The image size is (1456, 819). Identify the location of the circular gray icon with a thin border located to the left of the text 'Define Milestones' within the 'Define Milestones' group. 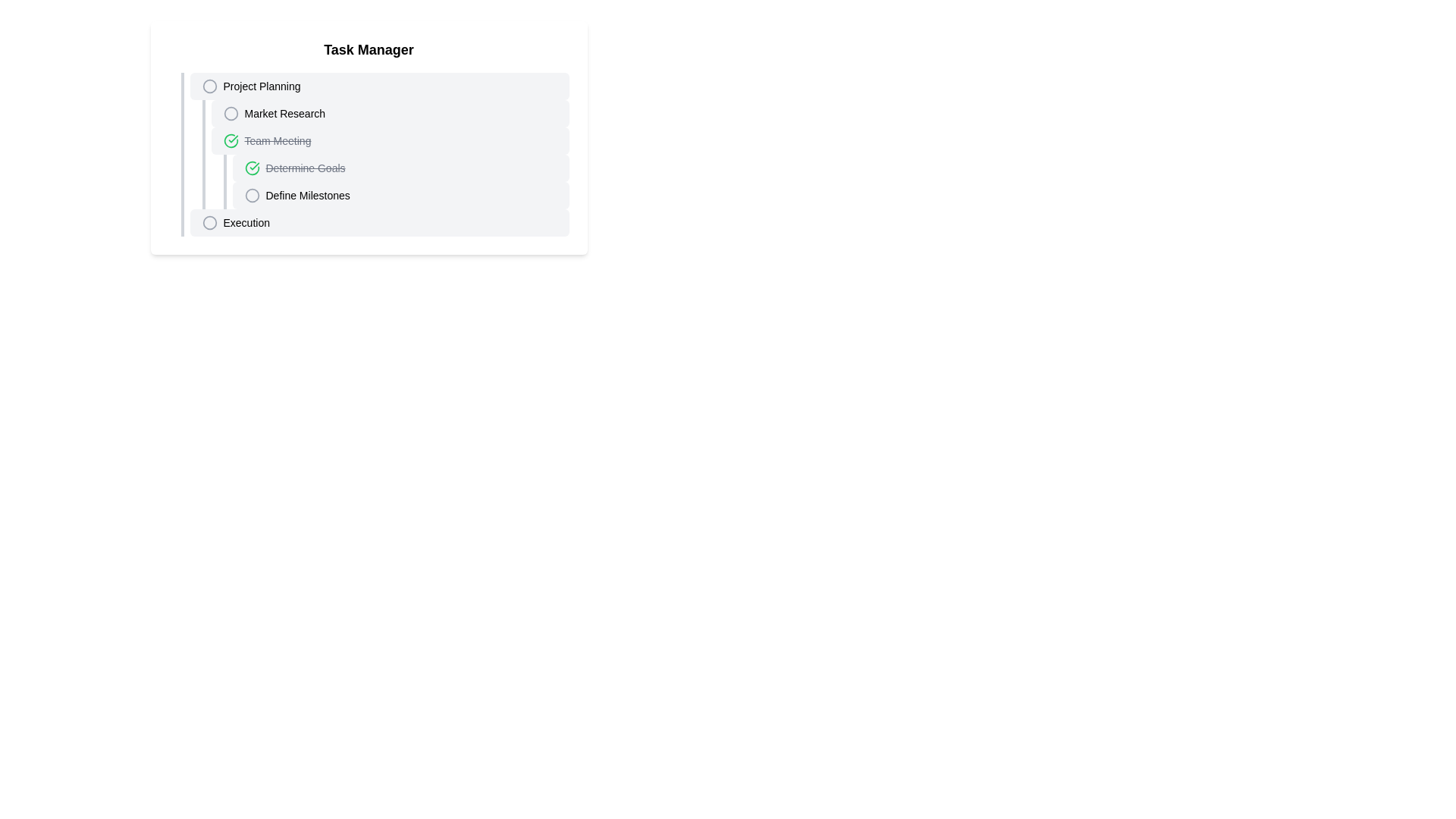
(252, 195).